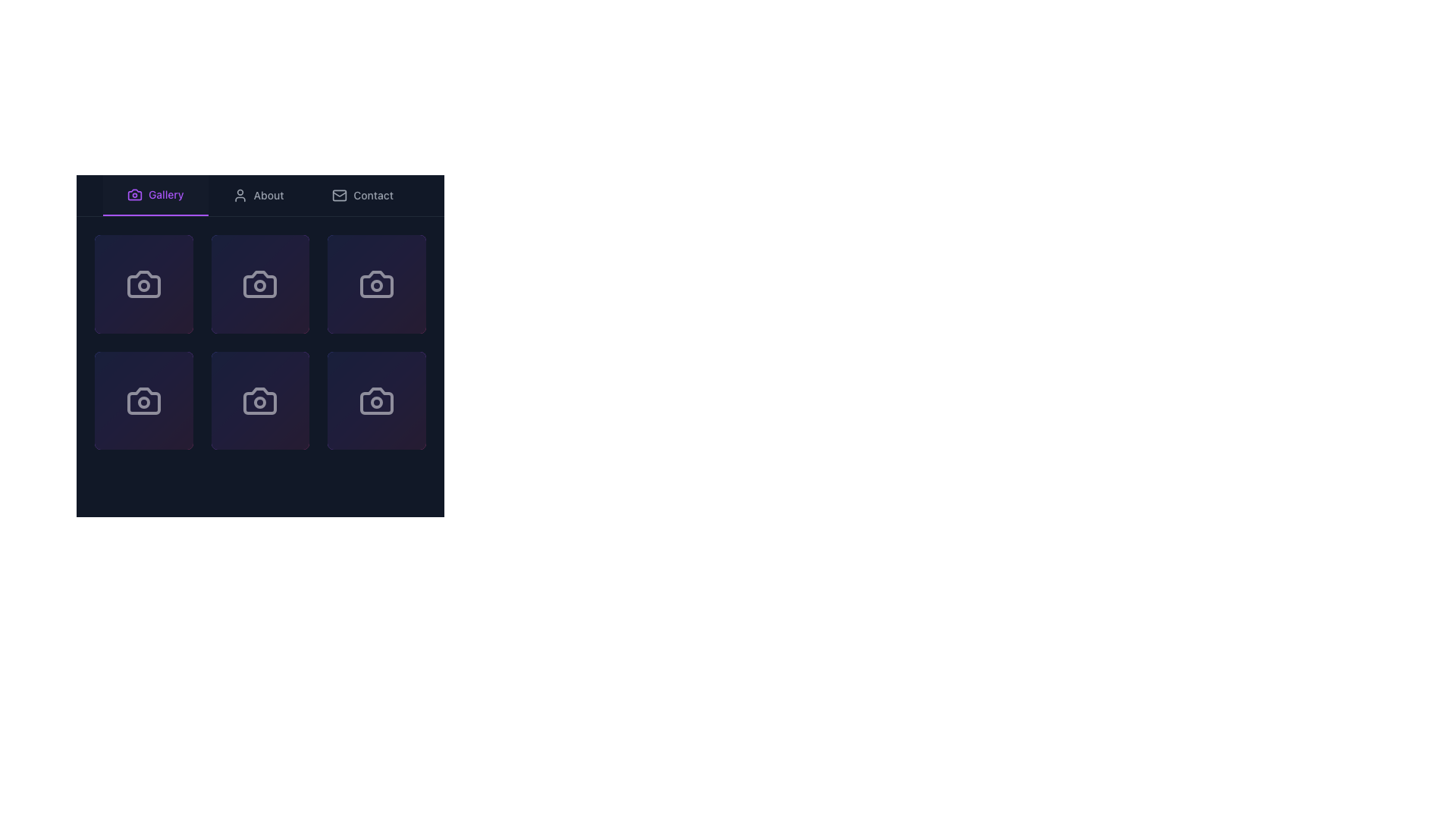  What do you see at coordinates (339, 195) in the screenshot?
I see `the envelope icon representing the 'Contact' functionality located in the navigation bar, preceding the text 'Contact'` at bounding box center [339, 195].